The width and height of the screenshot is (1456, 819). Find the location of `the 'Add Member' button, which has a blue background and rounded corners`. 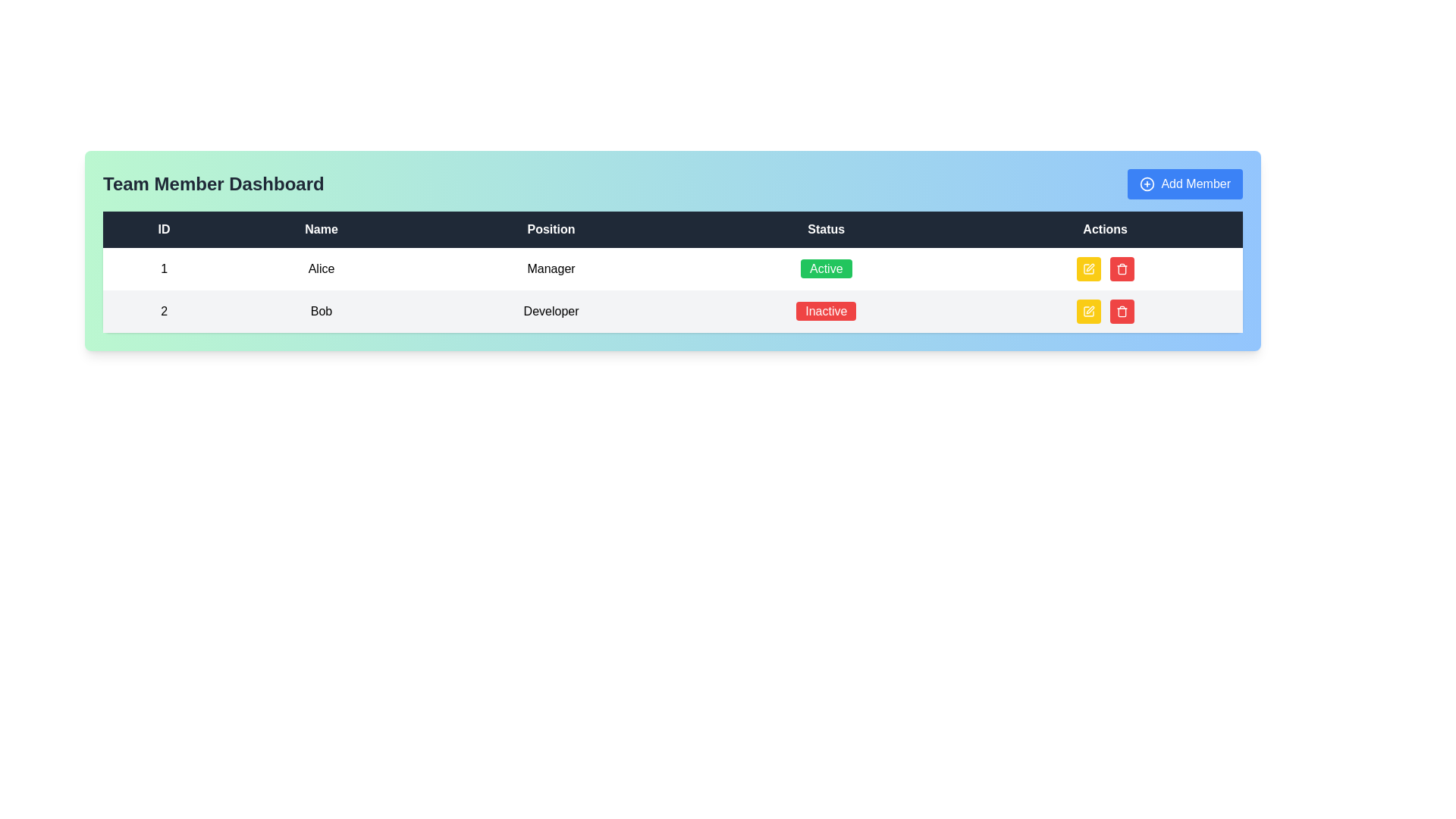

the 'Add Member' button, which has a blue background and rounded corners is located at coordinates (1185, 184).